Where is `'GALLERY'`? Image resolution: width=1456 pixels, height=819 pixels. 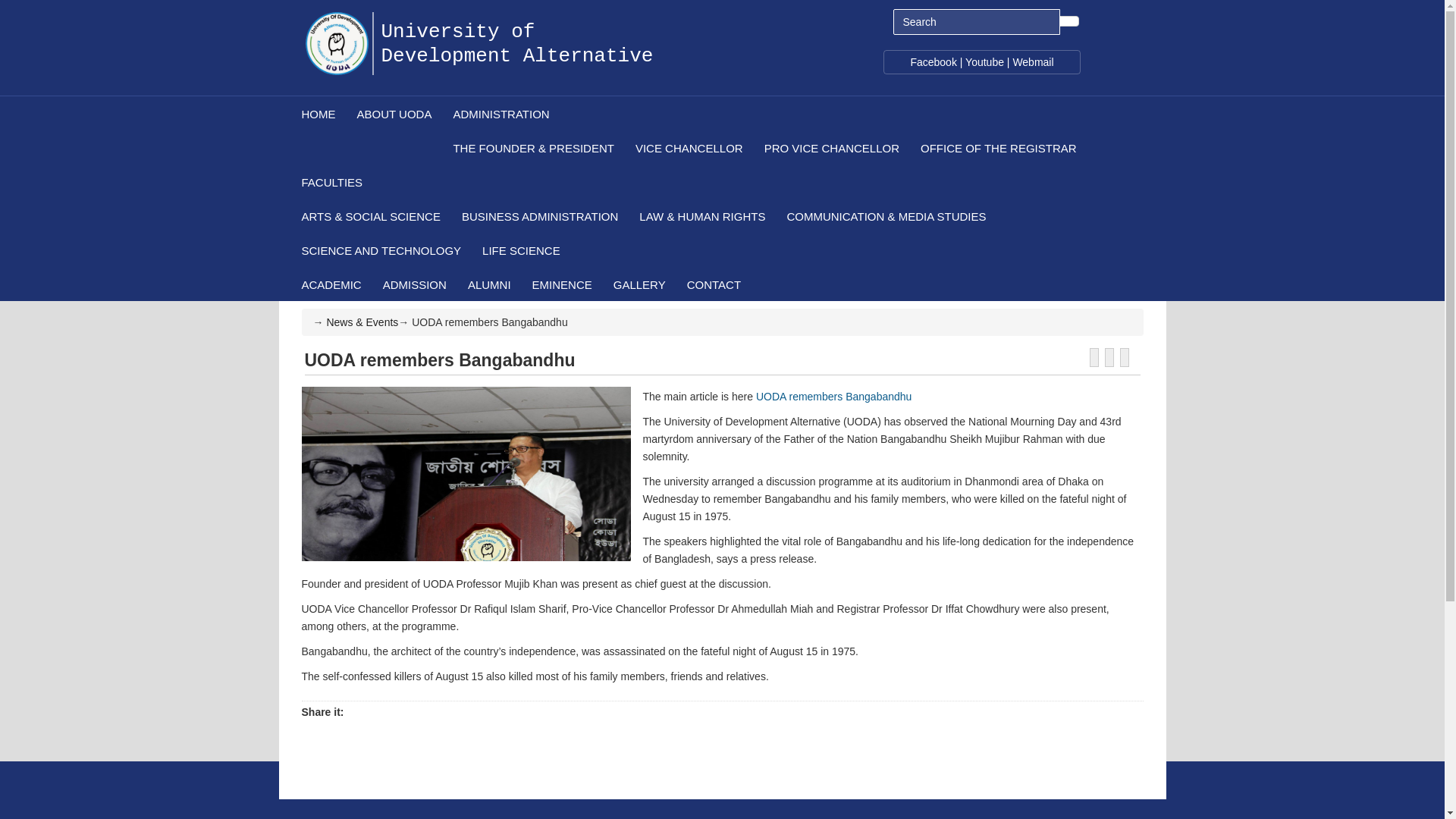
'GALLERY' is located at coordinates (639, 284).